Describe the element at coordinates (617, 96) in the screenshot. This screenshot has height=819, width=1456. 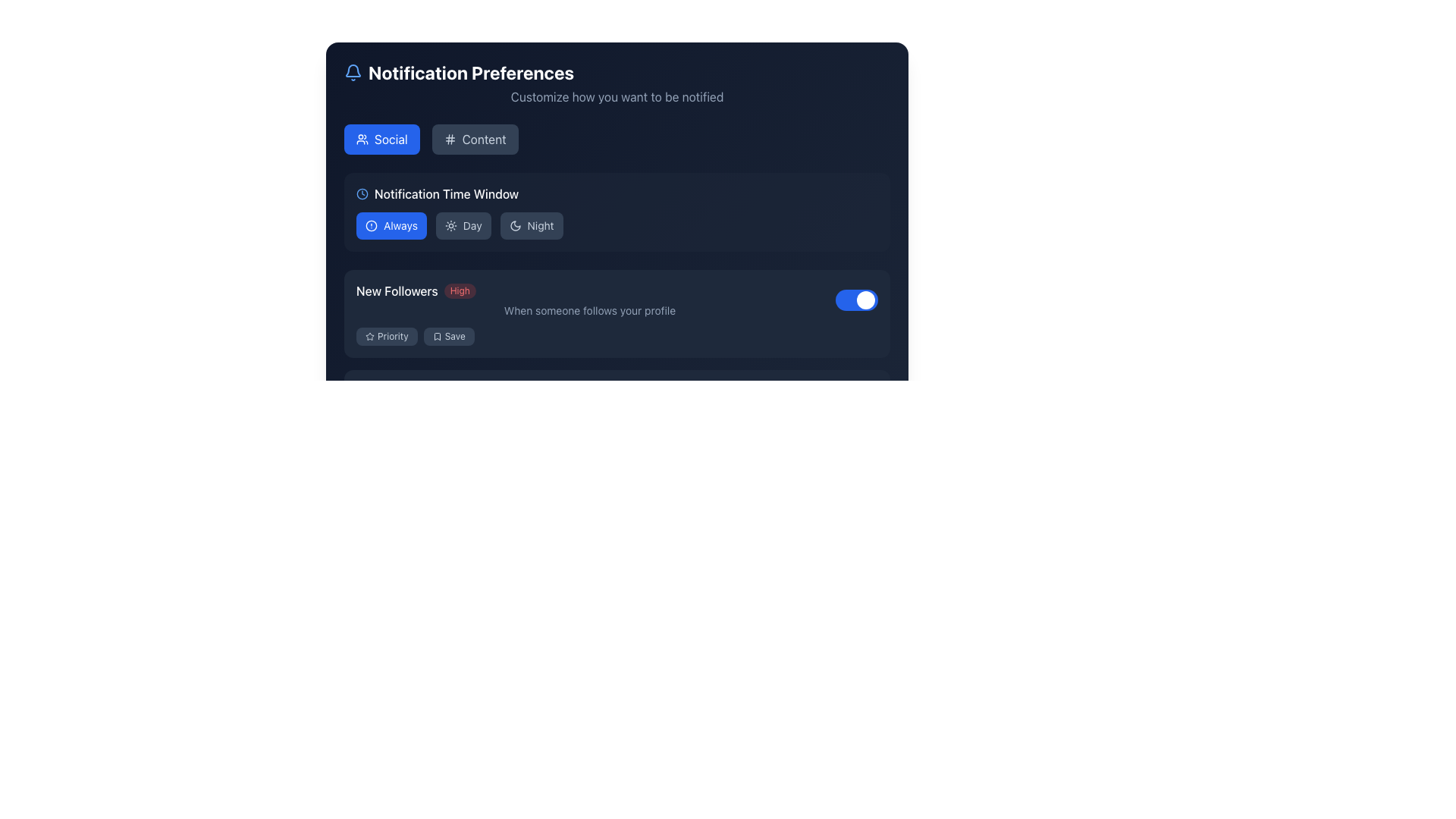
I see `the static text element that reads 'Customize how you want to be notified', which is styled in slate-gray and positioned below the 'Notification Preferences' heading` at that location.